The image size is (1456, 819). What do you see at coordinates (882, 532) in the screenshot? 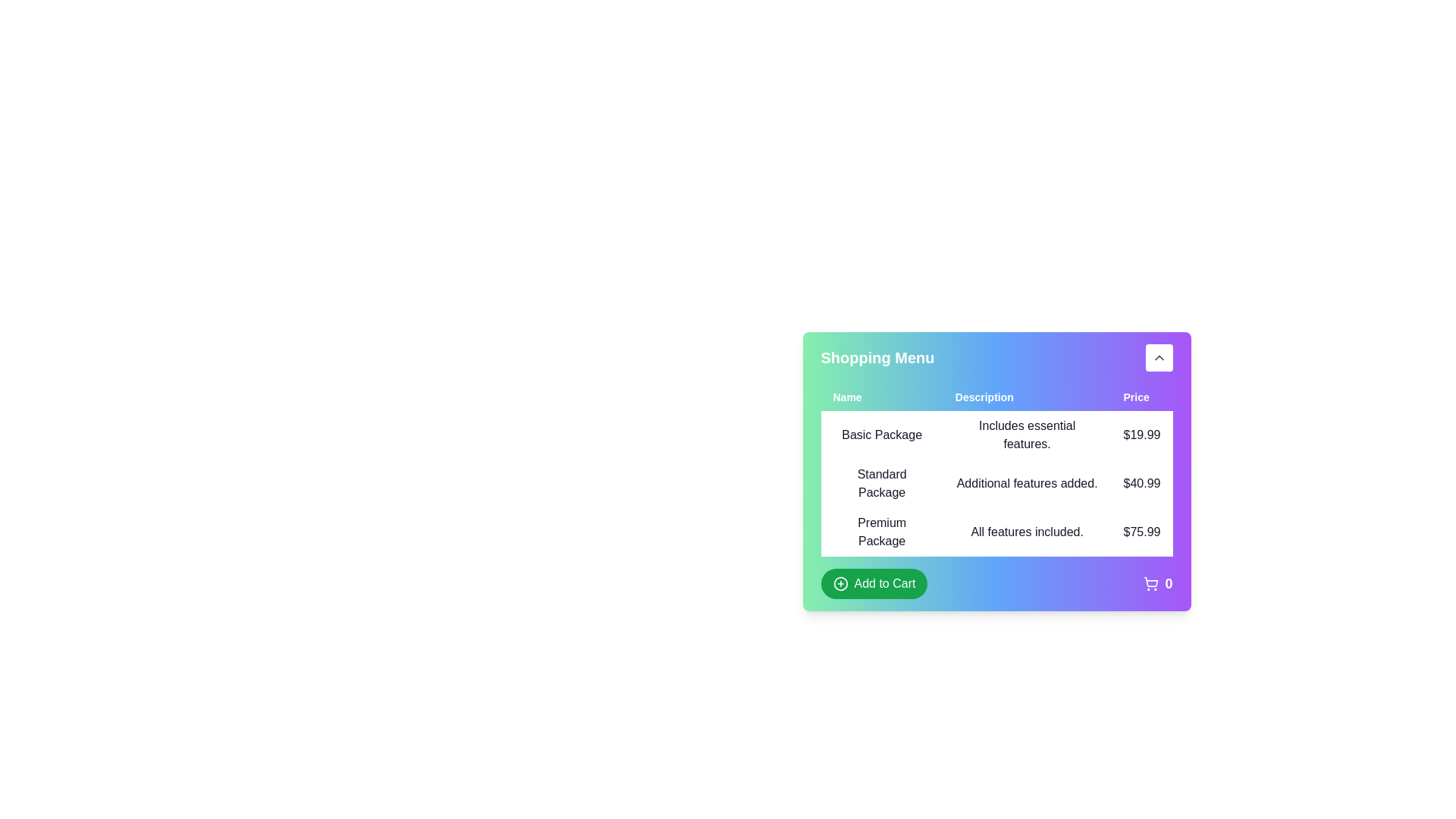
I see `the 'Premium Package' text label under the 'Name' header in the table` at bounding box center [882, 532].